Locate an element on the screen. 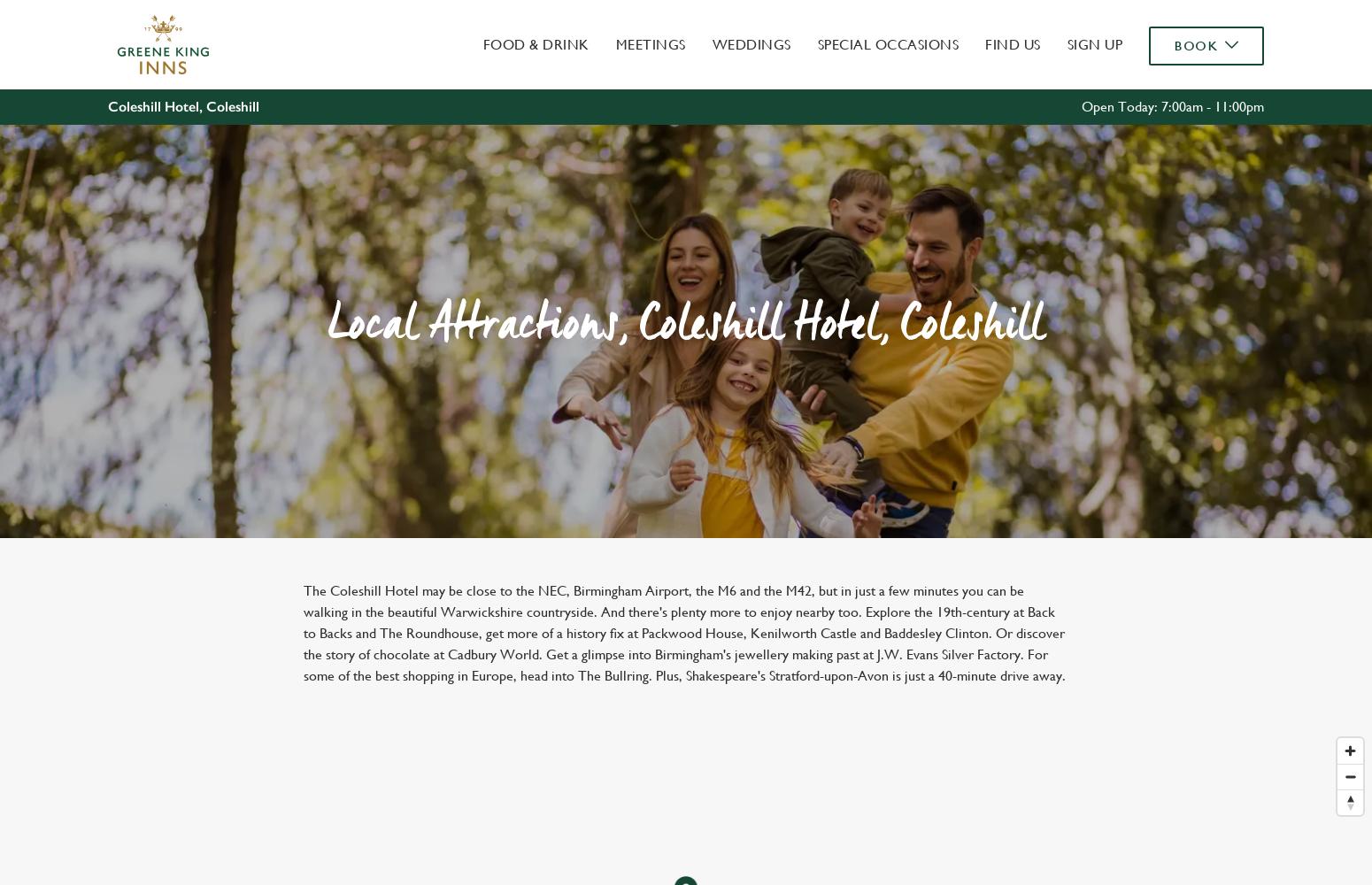 This screenshot has height=885, width=1372. 'Marketing' is located at coordinates (758, 162).